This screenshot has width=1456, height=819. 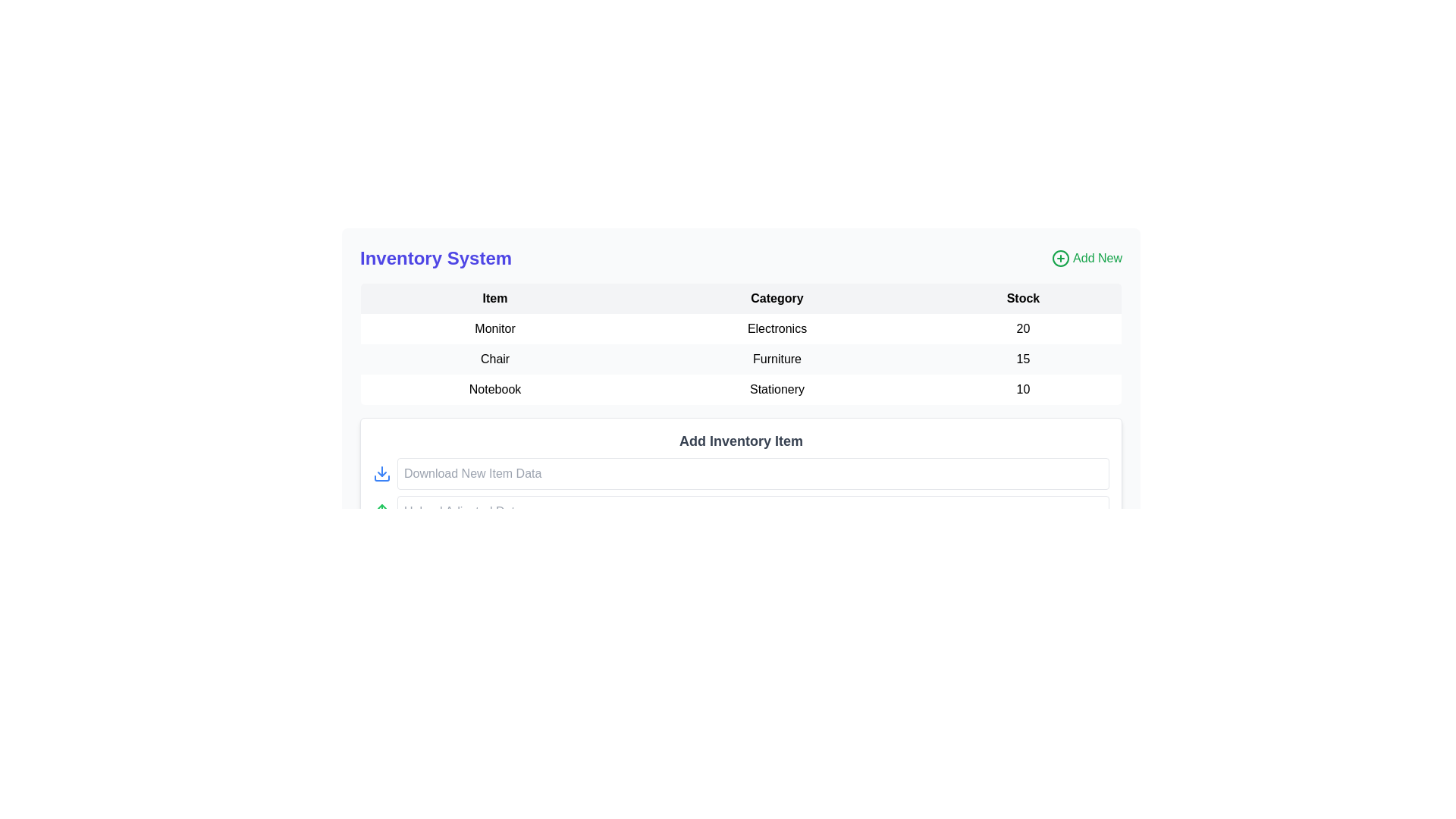 What do you see at coordinates (1060, 257) in the screenshot?
I see `the addition icon located at the top-right corner of the interface, next to the 'Add New' text` at bounding box center [1060, 257].